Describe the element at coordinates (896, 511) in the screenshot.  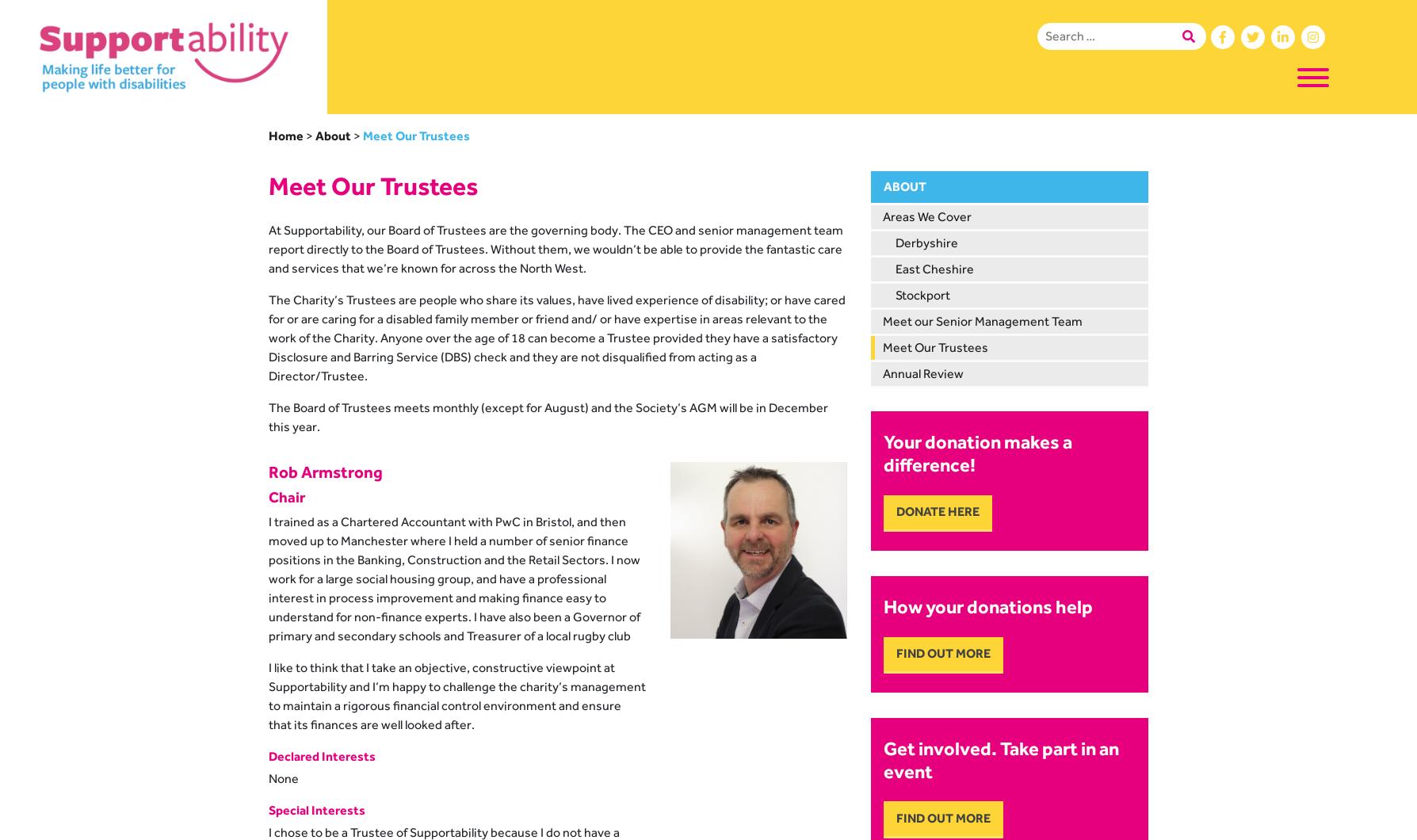
I see `'DONATE HERE'` at that location.